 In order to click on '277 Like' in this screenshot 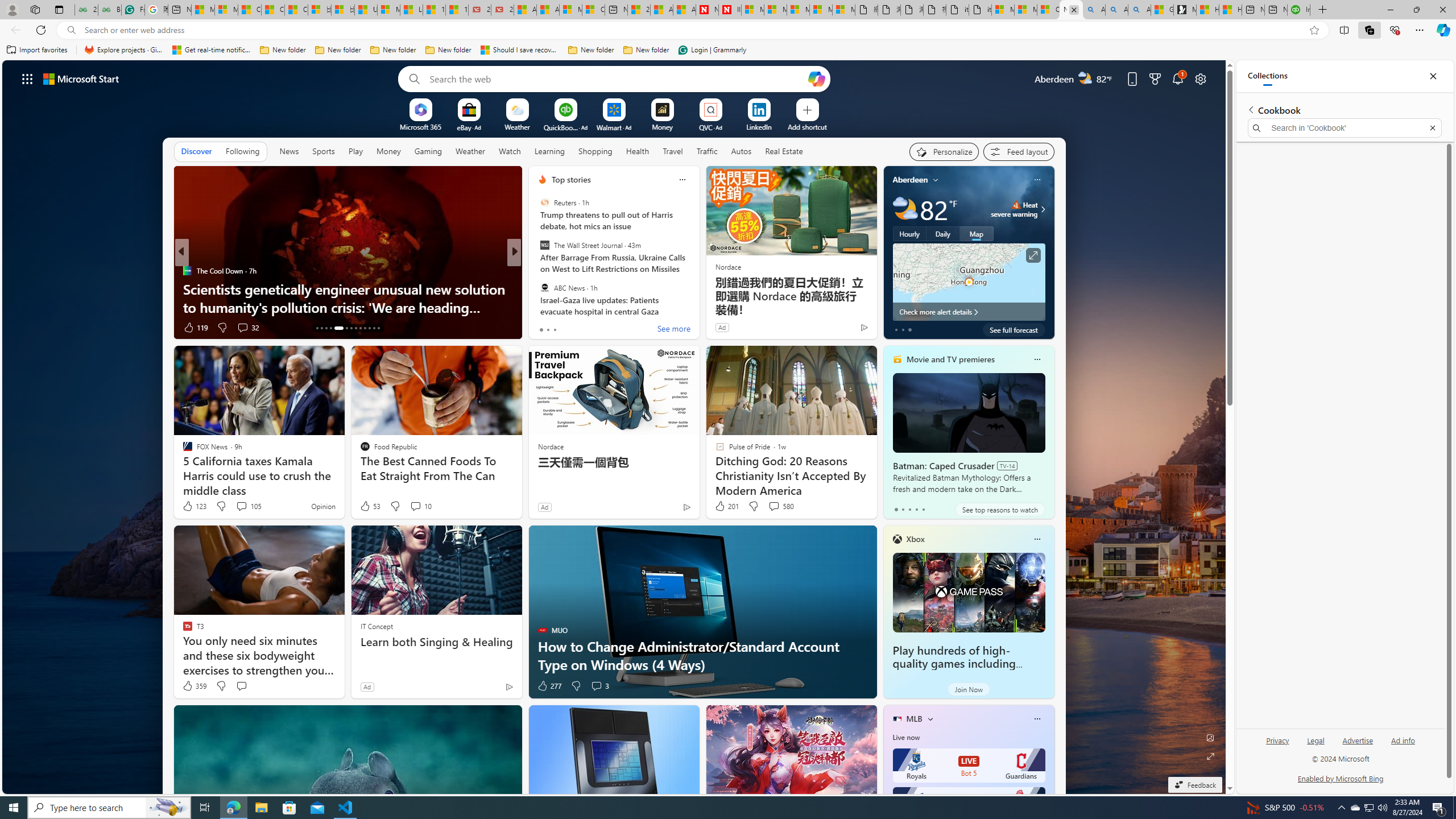, I will do `click(549, 686)`.